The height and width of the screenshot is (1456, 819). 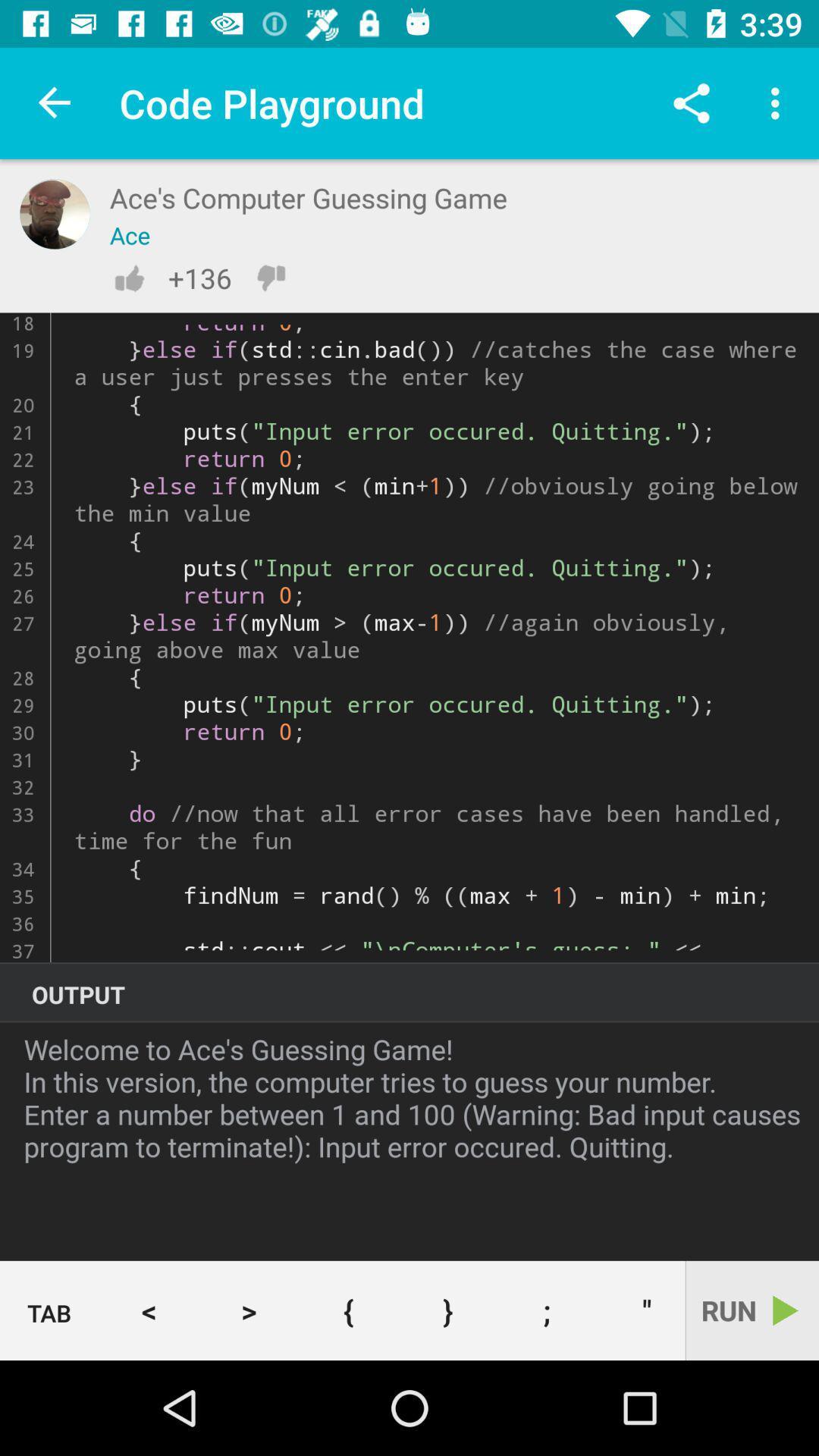 What do you see at coordinates (270, 278) in the screenshot?
I see `the thumbs_down icon` at bounding box center [270, 278].